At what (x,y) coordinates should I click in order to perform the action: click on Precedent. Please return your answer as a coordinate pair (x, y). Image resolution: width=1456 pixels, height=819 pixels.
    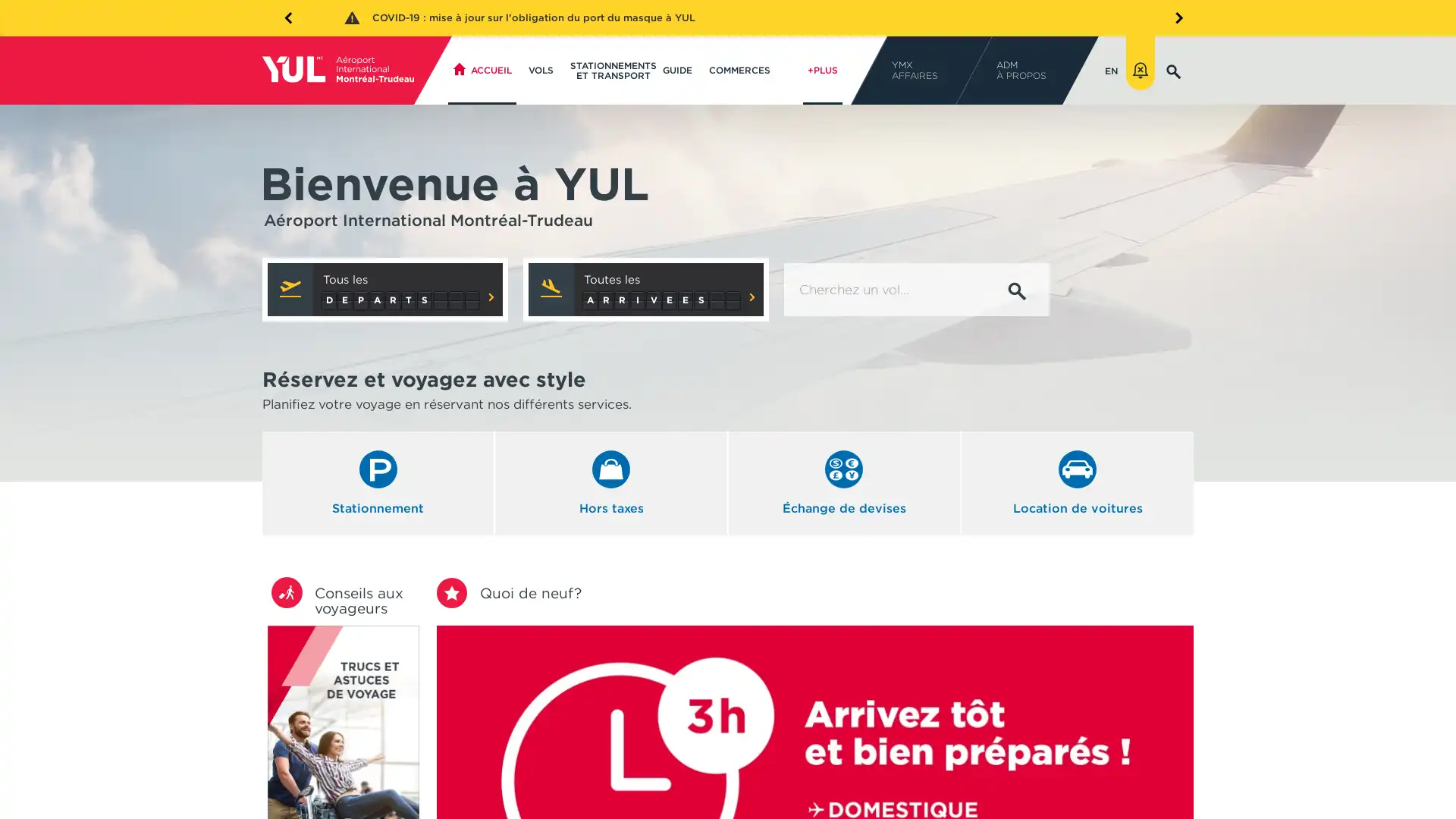
    Looking at the image, I should click on (287, 17).